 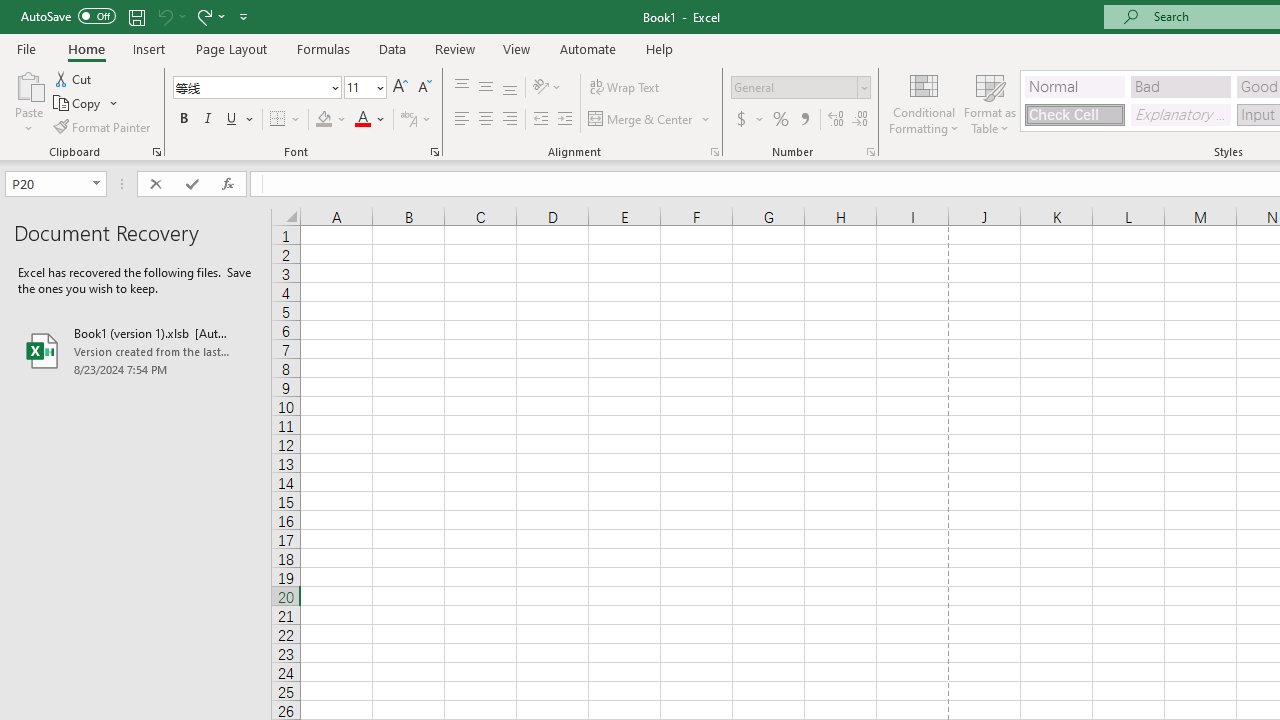 I want to click on 'Format Painter', so click(x=102, y=127).